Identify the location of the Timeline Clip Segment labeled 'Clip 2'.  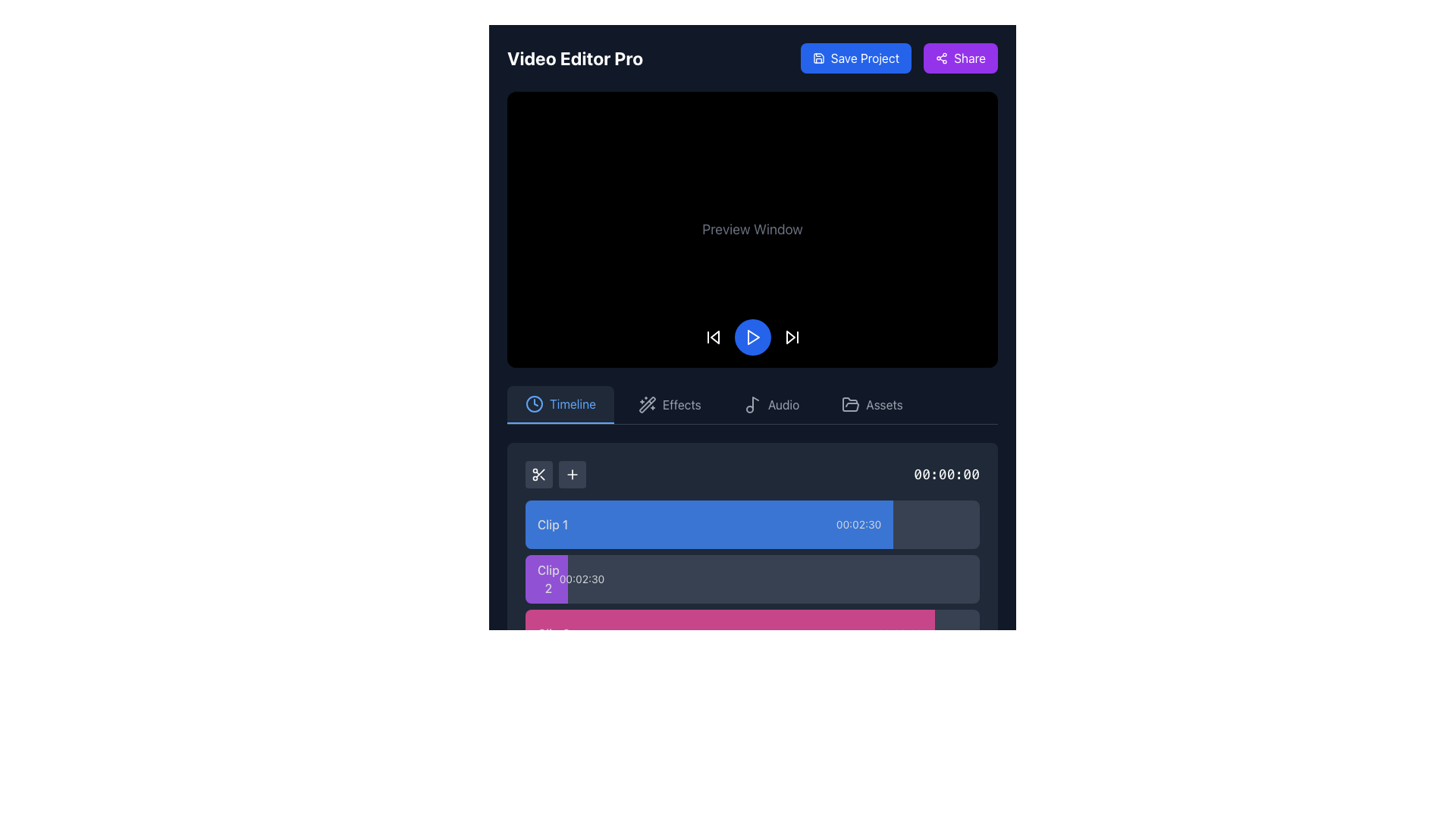
(752, 579).